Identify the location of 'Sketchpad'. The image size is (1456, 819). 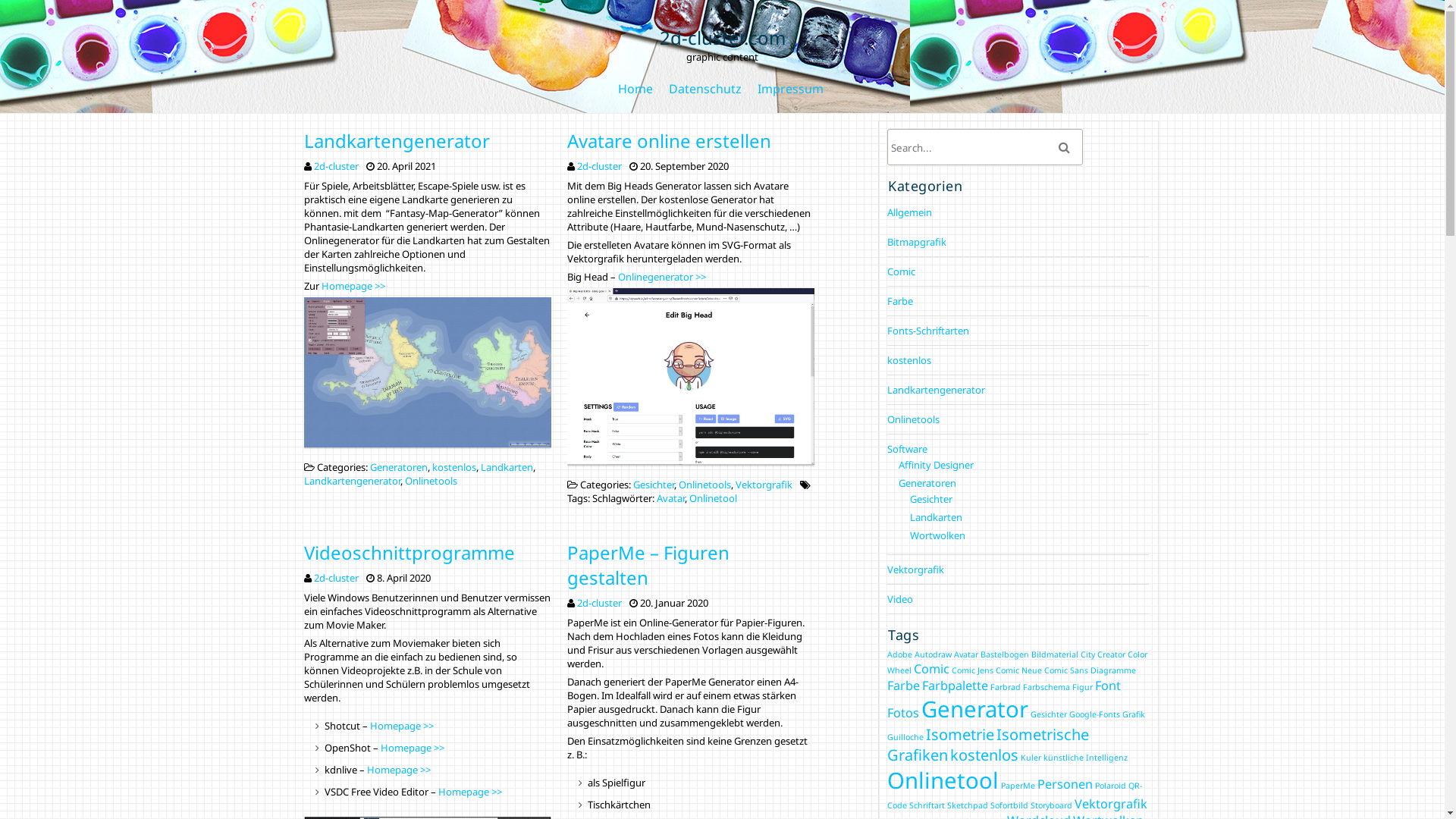
(967, 804).